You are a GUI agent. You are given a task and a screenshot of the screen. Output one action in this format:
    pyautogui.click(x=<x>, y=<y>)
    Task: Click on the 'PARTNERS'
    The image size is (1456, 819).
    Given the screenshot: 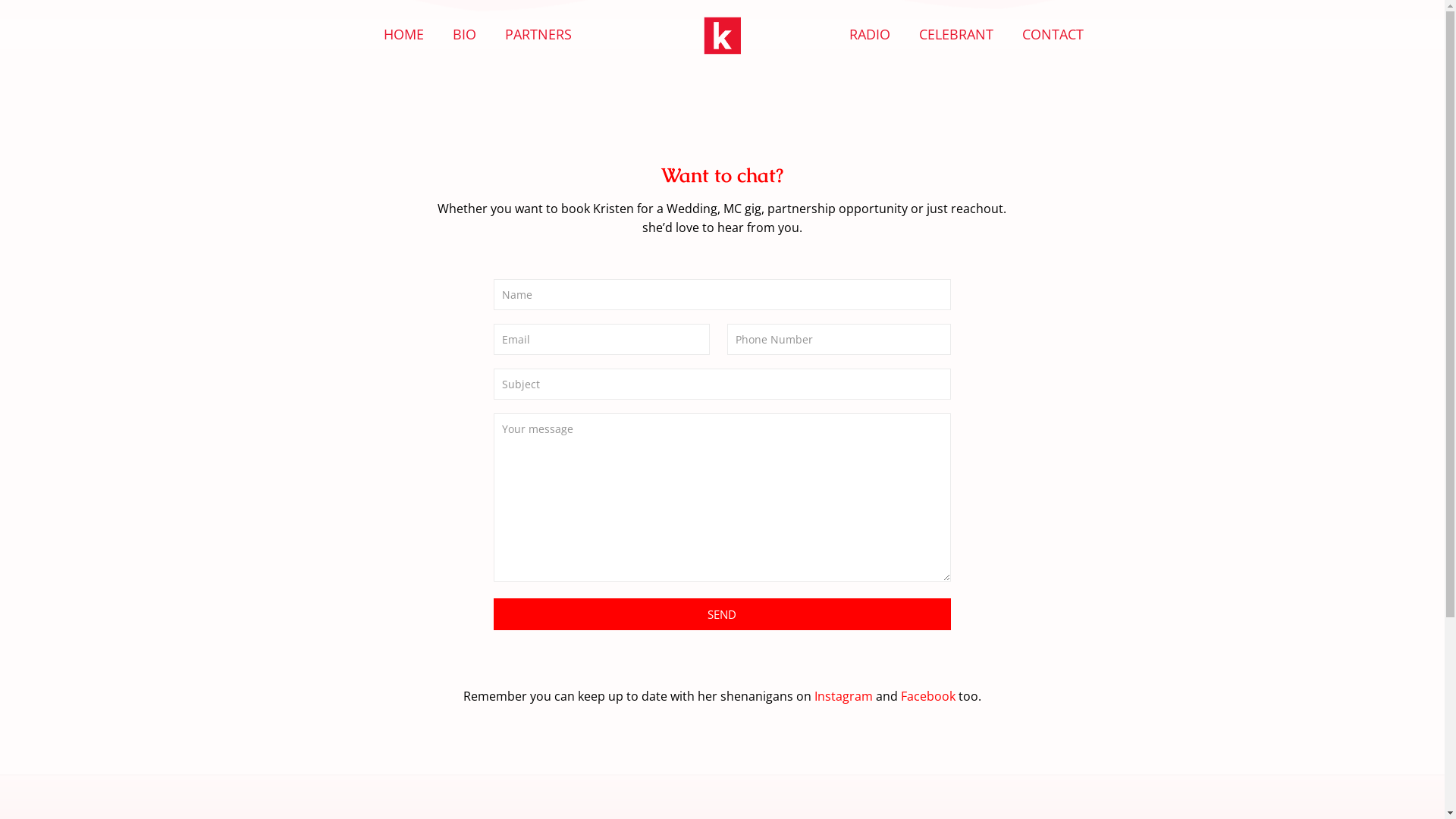 What is the action you would take?
    pyautogui.click(x=538, y=34)
    